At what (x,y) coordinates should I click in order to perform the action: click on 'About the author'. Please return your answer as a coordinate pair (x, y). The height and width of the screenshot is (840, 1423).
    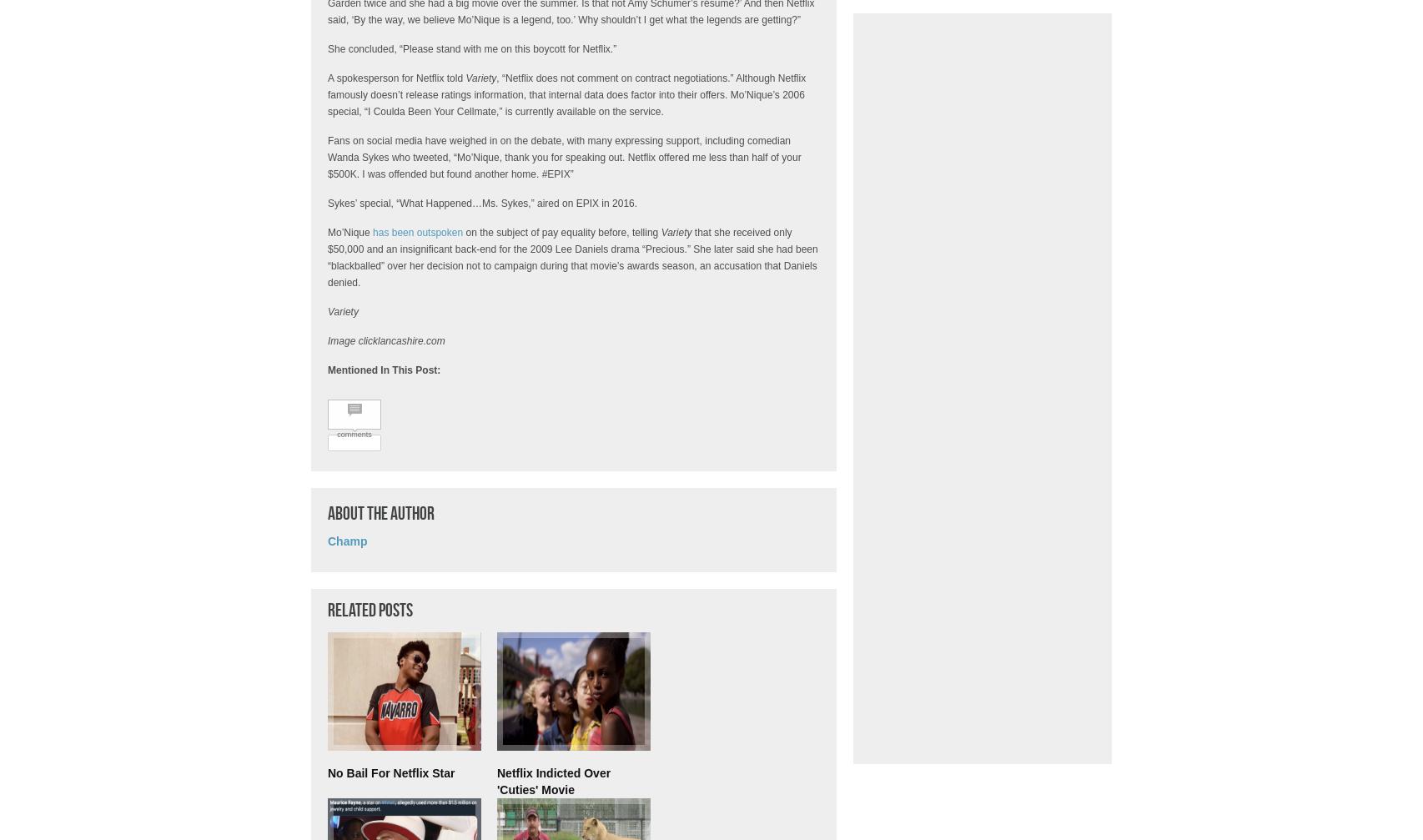
    Looking at the image, I should click on (380, 512).